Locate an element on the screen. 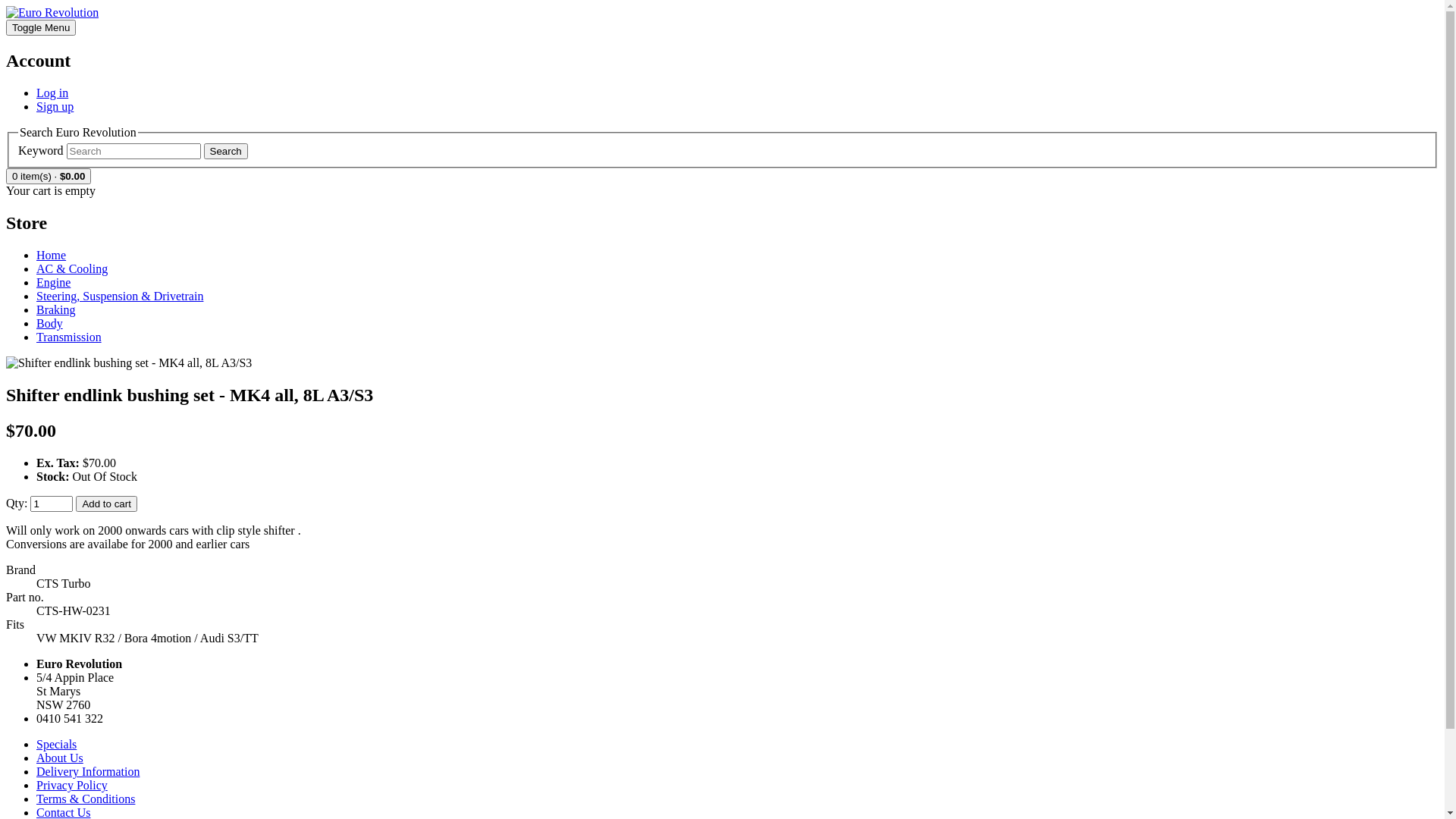  'Euro Revolution' is located at coordinates (52, 12).